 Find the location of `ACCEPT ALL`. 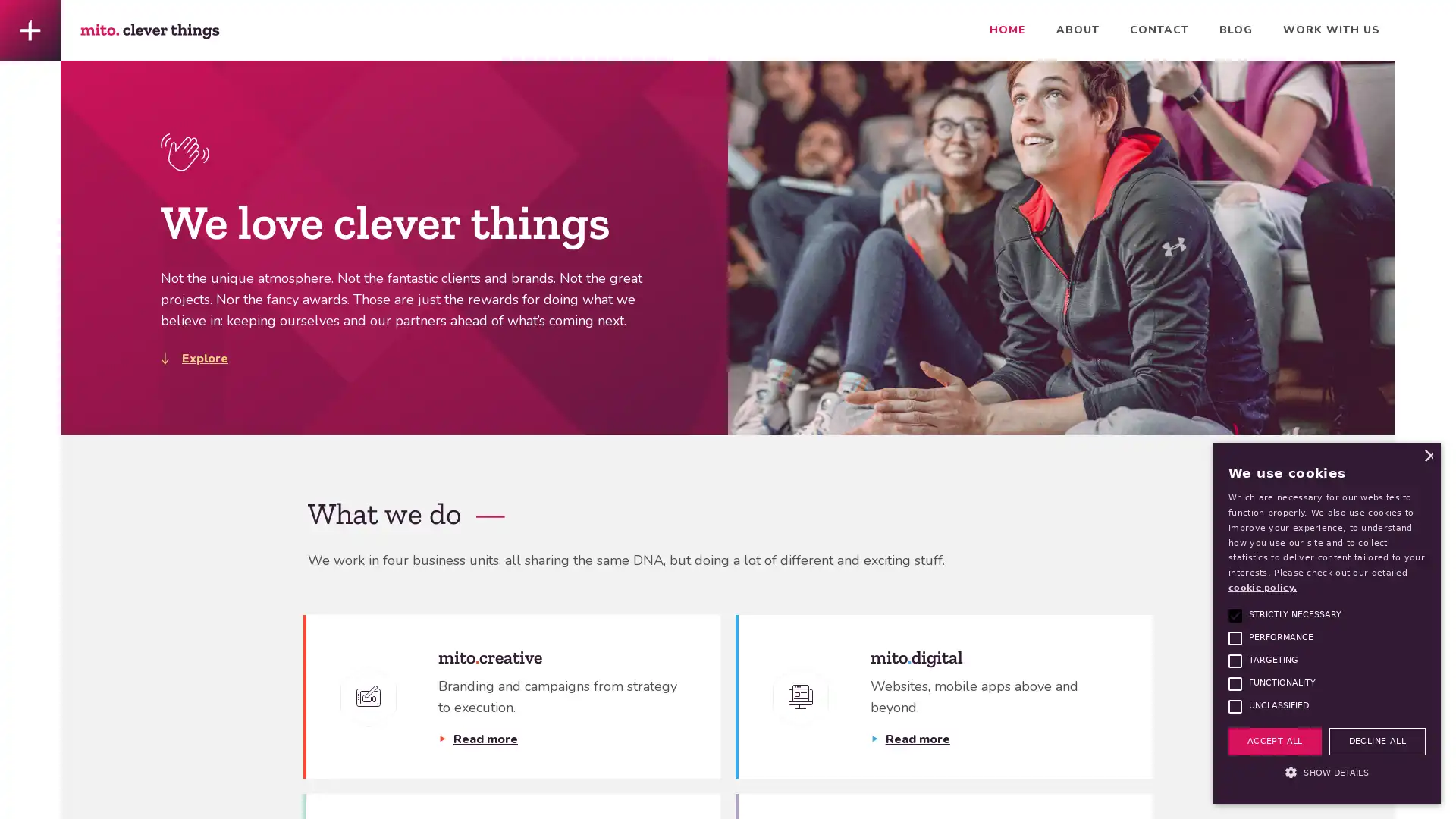

ACCEPT ALL is located at coordinates (1274, 740).